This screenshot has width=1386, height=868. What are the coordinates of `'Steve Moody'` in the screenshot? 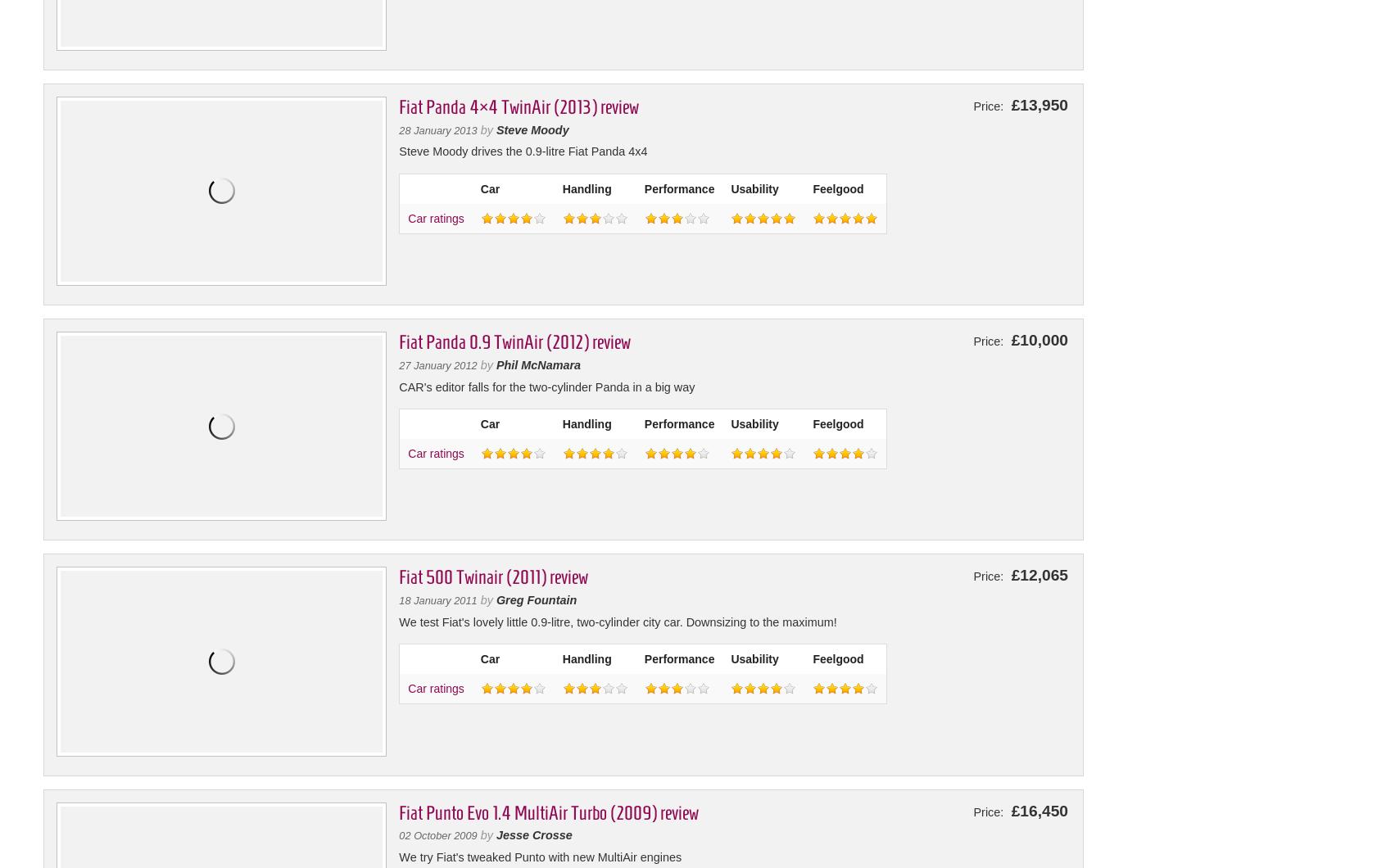 It's located at (532, 129).